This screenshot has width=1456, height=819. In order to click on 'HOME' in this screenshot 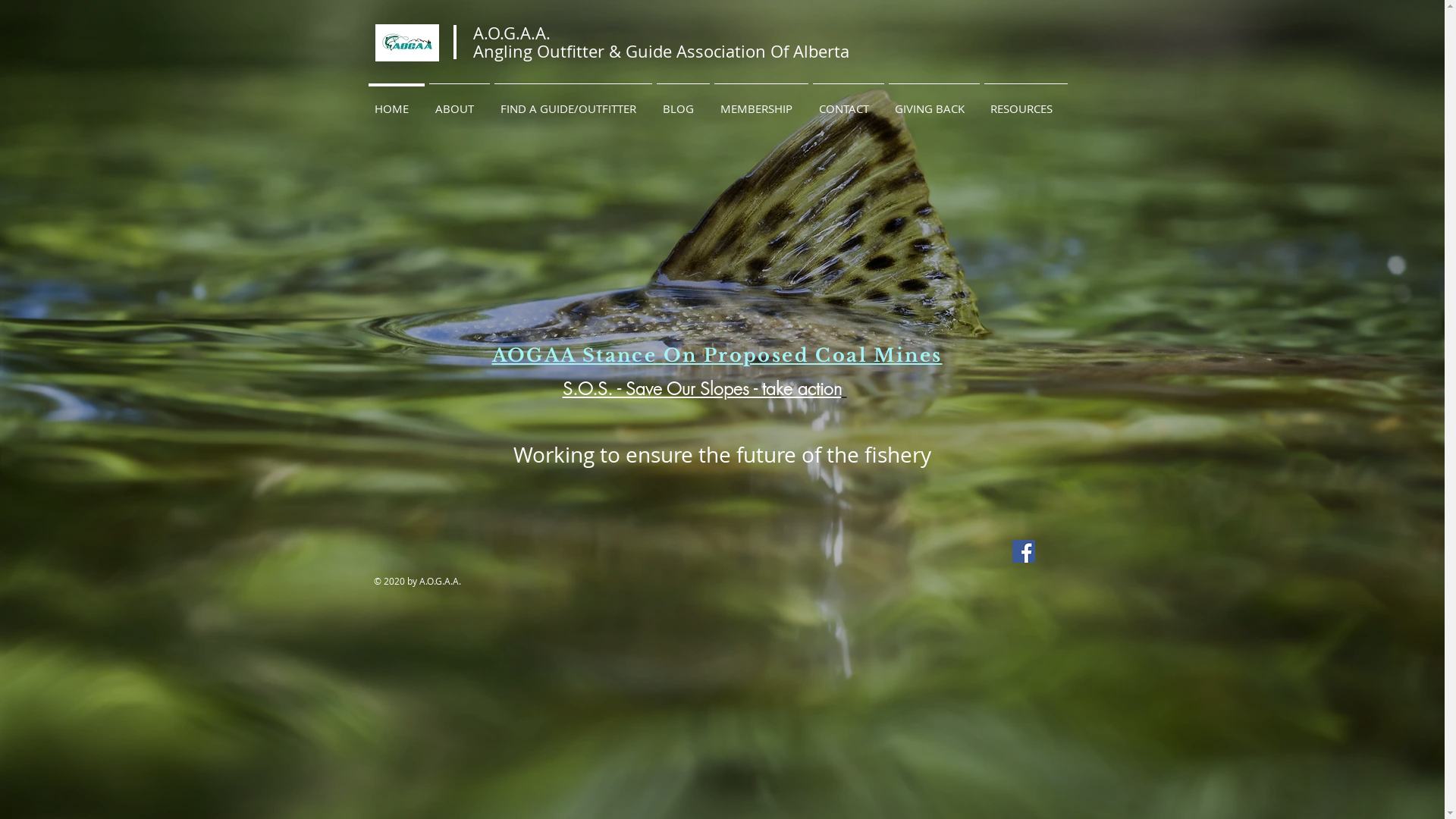, I will do `click(365, 102)`.